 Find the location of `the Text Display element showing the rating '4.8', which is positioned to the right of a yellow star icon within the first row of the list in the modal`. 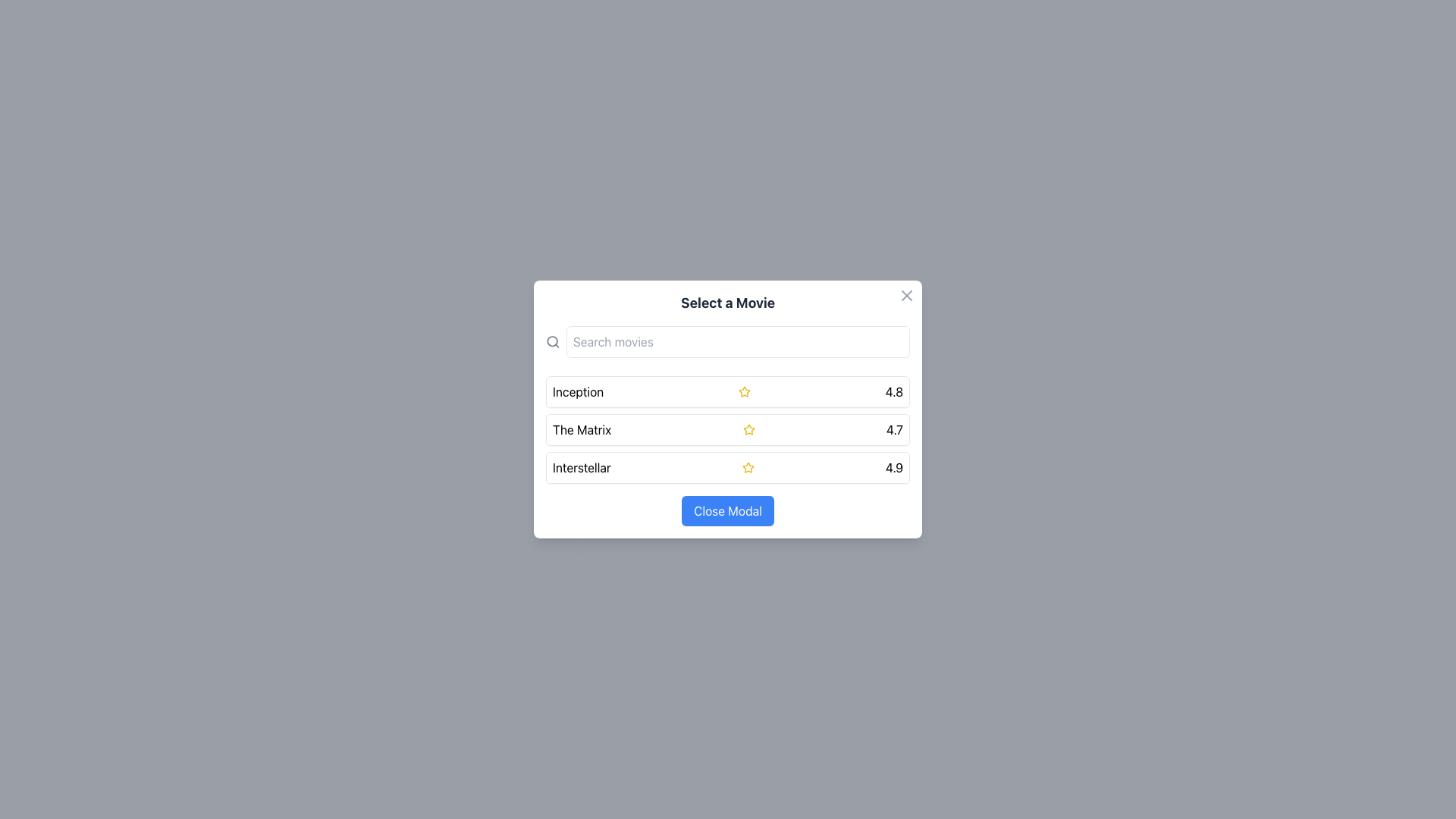

the Text Display element showing the rating '4.8', which is positioned to the right of a yellow star icon within the first row of the list in the modal is located at coordinates (894, 391).